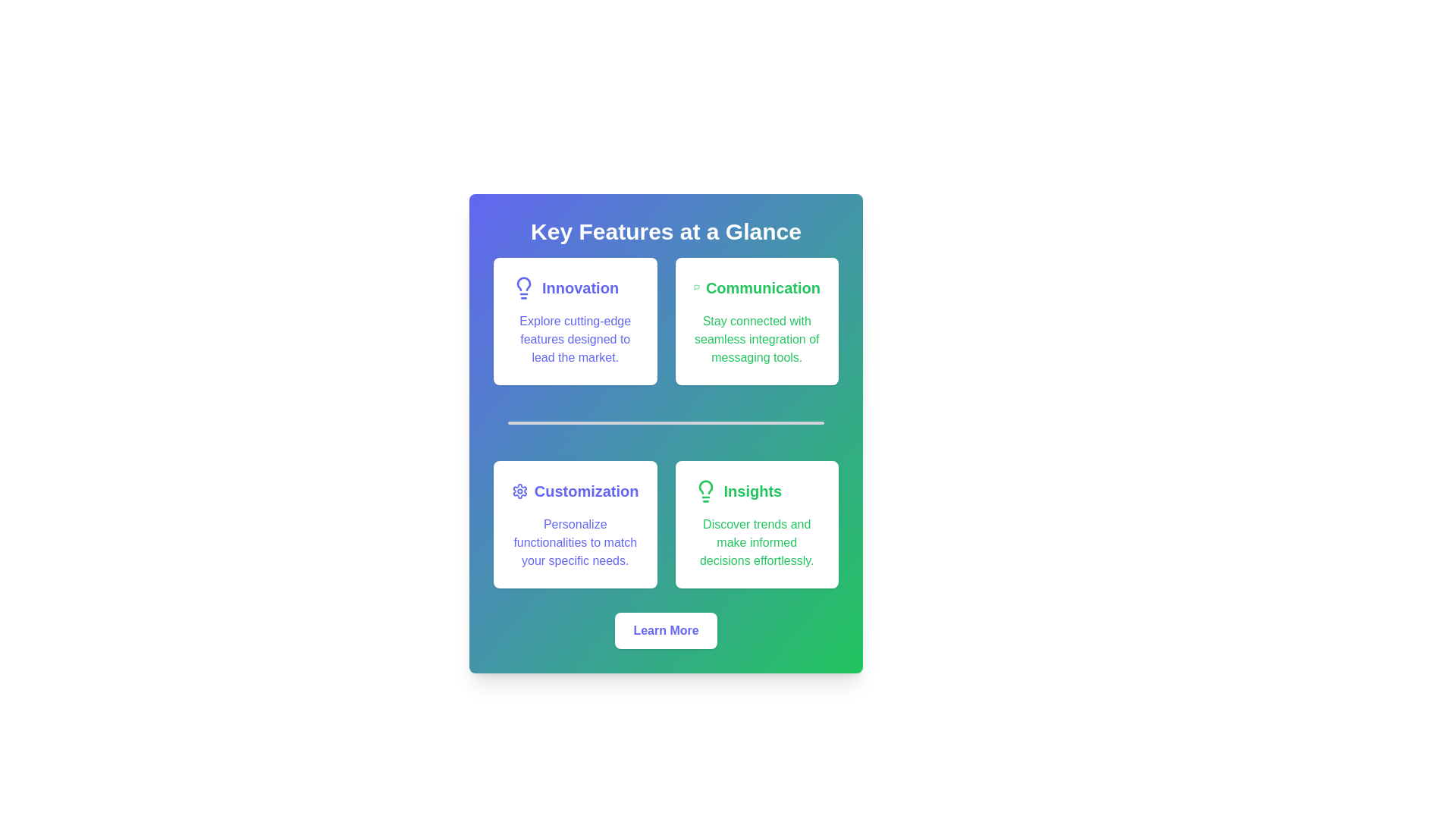 This screenshot has height=819, width=1456. Describe the element at coordinates (757, 338) in the screenshot. I see `the text block displaying 'Stay connected with seamless integration of messaging tools.' styled in green font, located below the title 'Communication' in the upper-right quadrant of the layout` at that location.